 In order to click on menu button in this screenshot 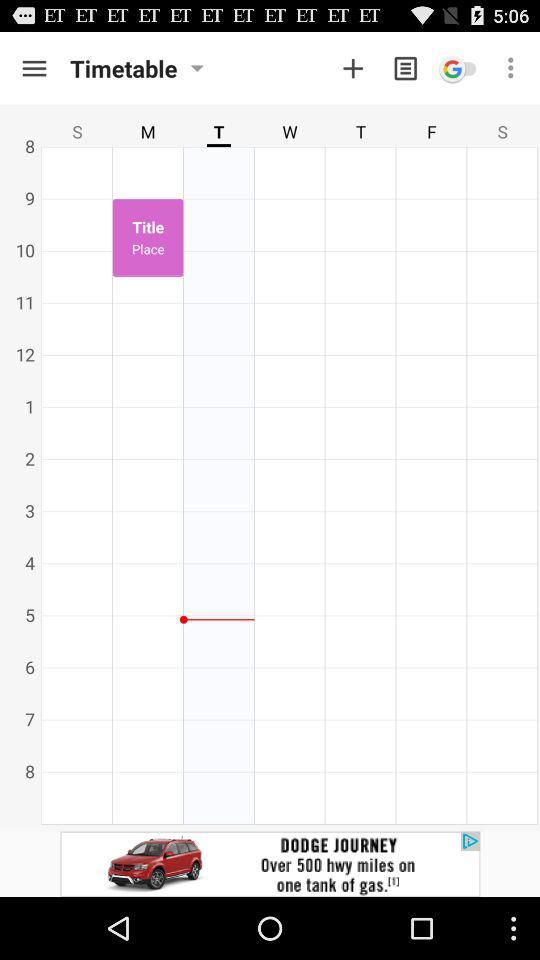, I will do `click(33, 68)`.